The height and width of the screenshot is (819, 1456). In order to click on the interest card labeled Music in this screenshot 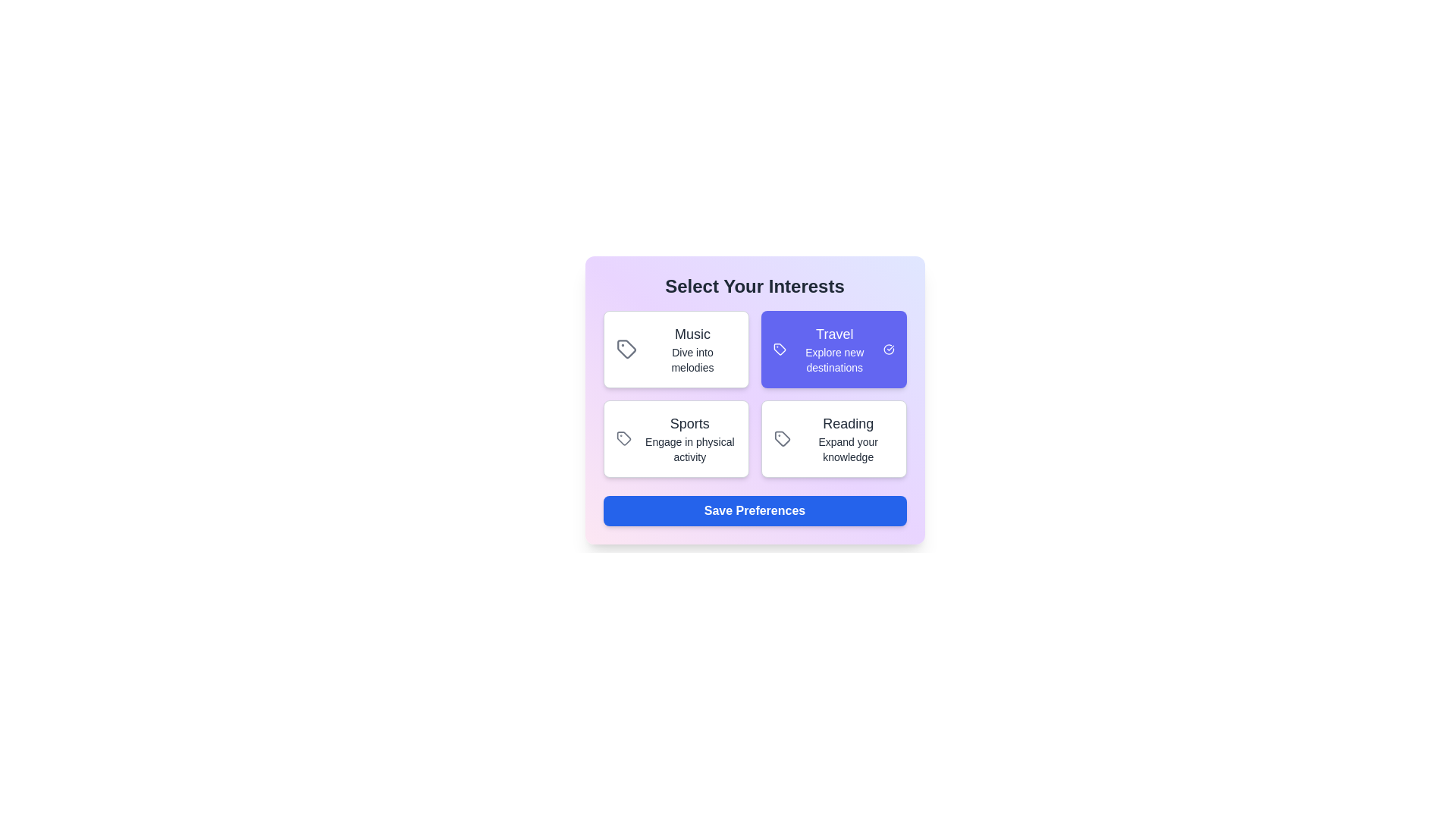, I will do `click(675, 350)`.